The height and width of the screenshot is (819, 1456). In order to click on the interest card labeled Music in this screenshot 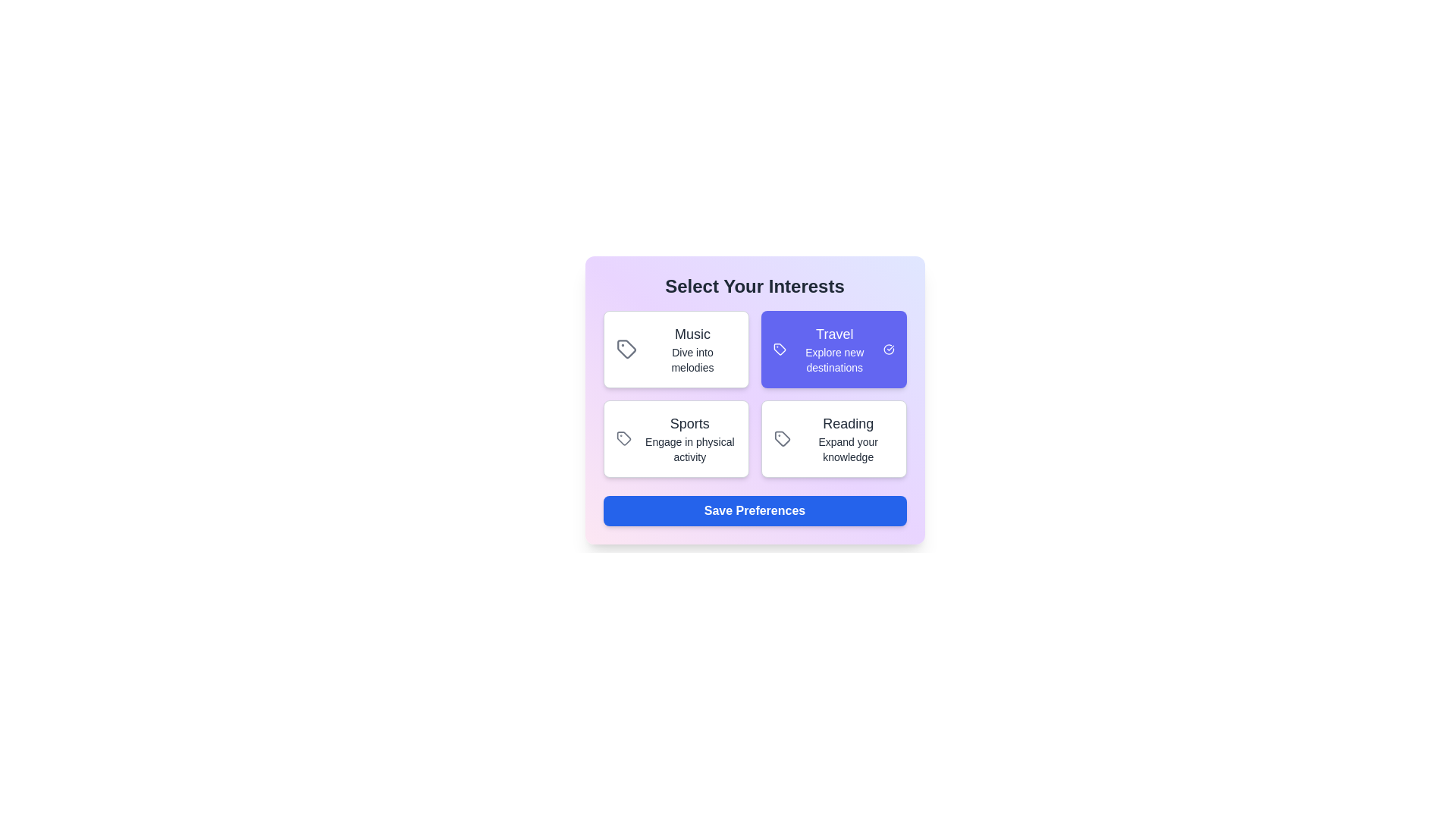, I will do `click(675, 350)`.